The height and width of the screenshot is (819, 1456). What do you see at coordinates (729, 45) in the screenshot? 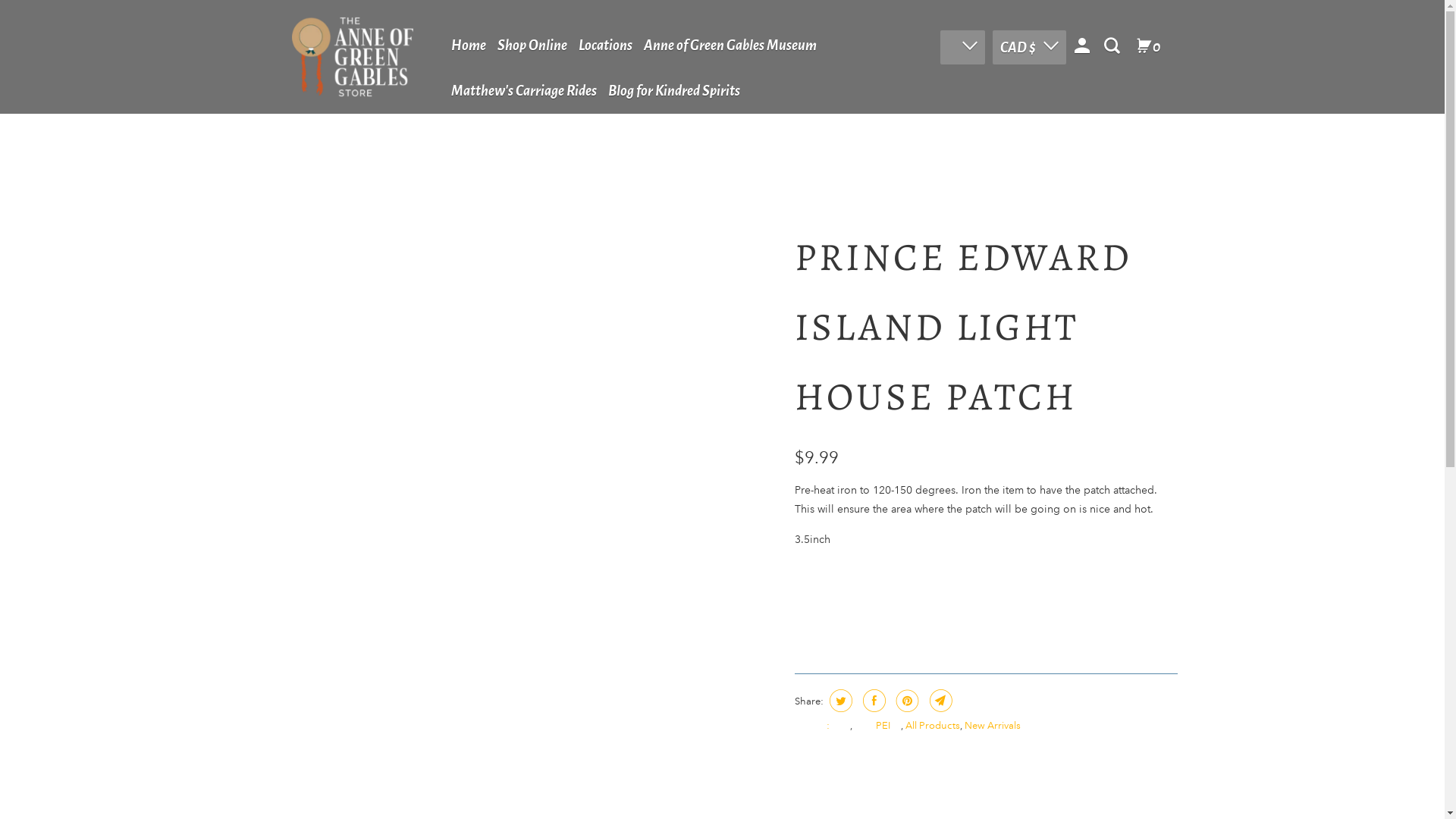
I see `'Anne of Green Gables Museum'` at bounding box center [729, 45].